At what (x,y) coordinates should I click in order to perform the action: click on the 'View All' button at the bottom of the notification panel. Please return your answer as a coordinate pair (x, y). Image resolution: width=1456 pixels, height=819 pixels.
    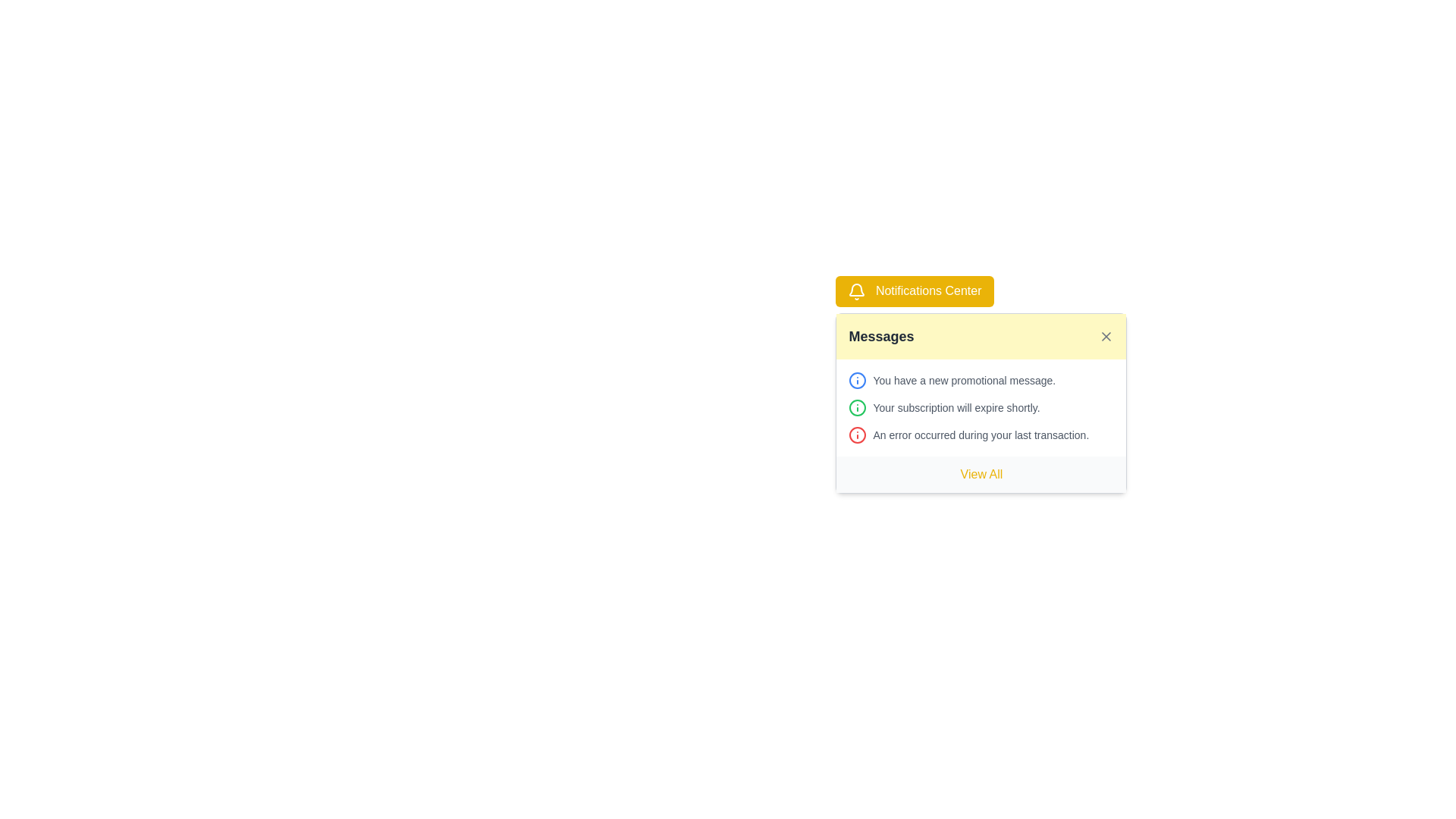
    Looking at the image, I should click on (981, 473).